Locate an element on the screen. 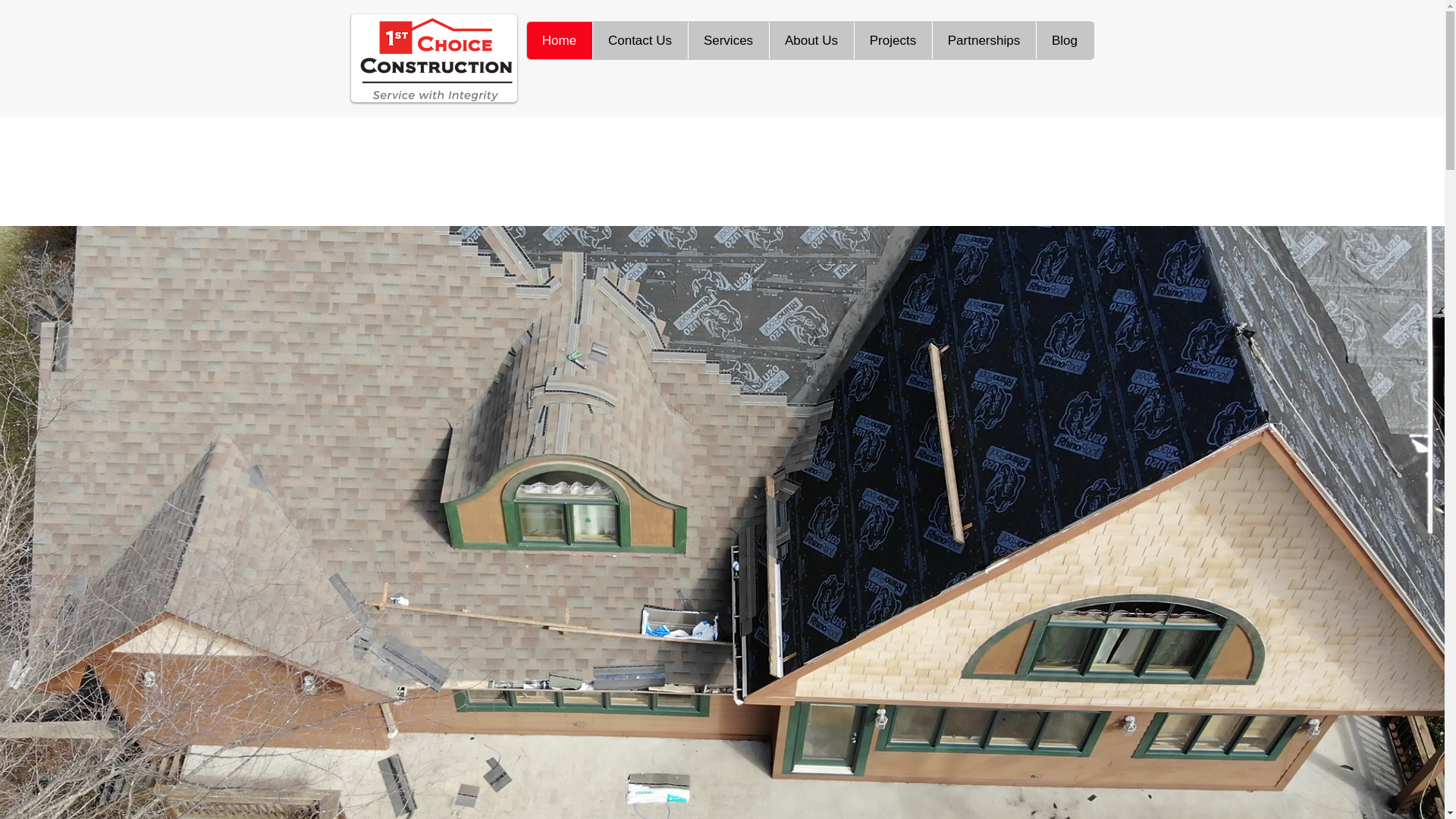  'Partnerships' is located at coordinates (983, 39).